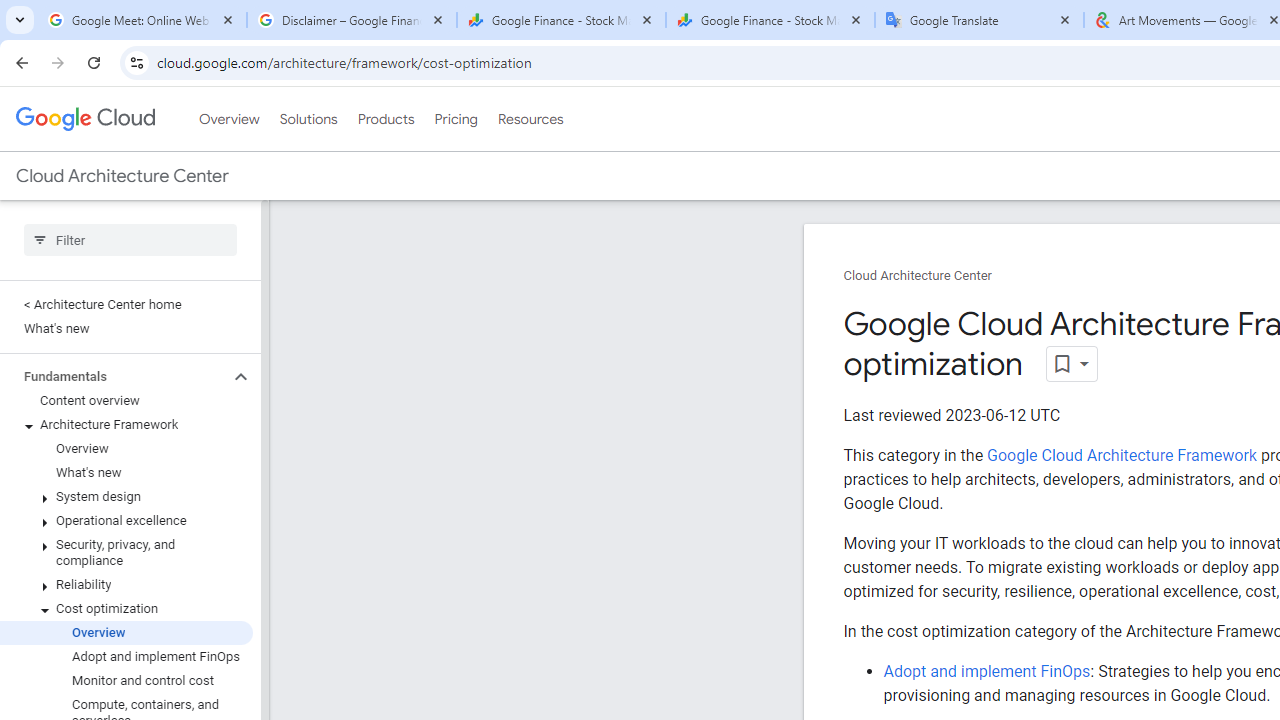 The height and width of the screenshot is (720, 1280). Describe the element at coordinates (1121, 455) in the screenshot. I see `'Google Cloud Architecture Framework'` at that location.